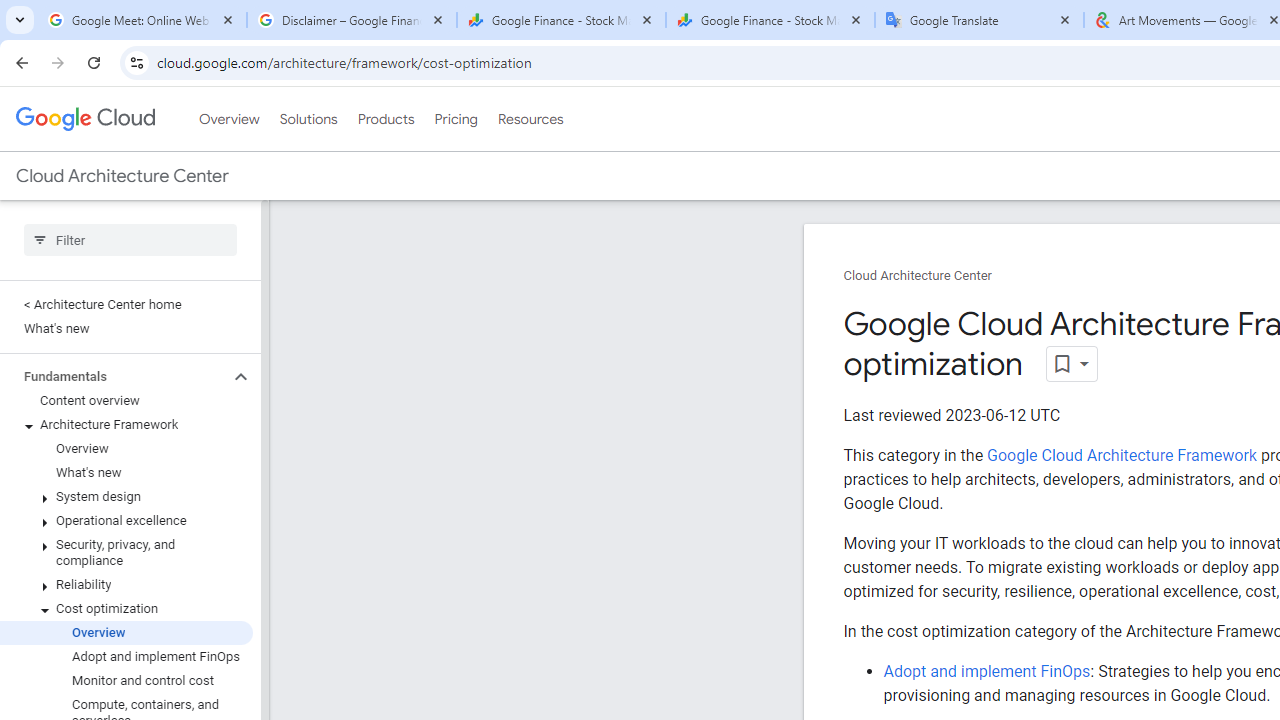 The height and width of the screenshot is (720, 1280). Describe the element at coordinates (1121, 455) in the screenshot. I see `'Google Cloud Architecture Framework'` at that location.